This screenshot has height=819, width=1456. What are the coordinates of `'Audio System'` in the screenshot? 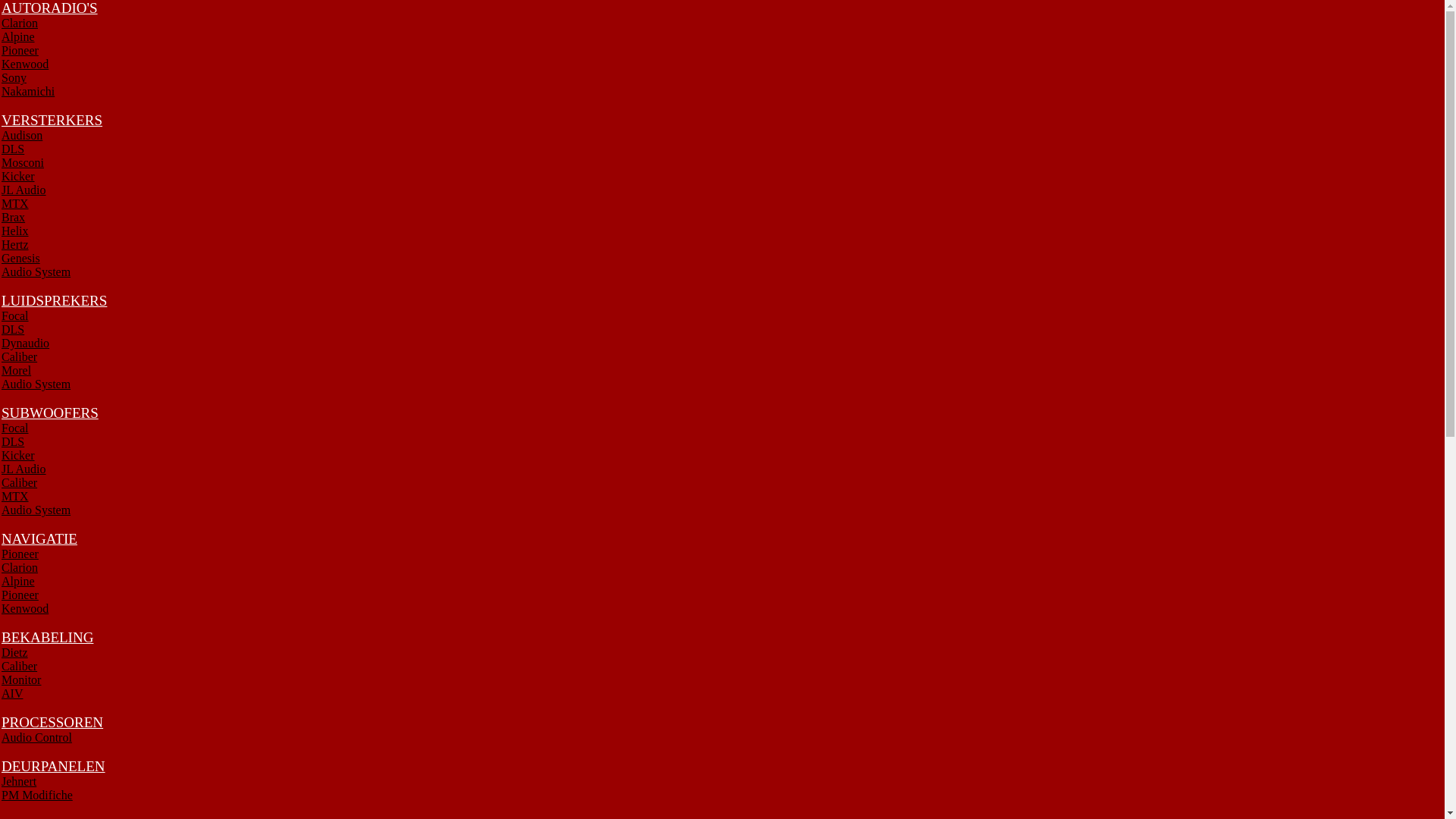 It's located at (1, 510).